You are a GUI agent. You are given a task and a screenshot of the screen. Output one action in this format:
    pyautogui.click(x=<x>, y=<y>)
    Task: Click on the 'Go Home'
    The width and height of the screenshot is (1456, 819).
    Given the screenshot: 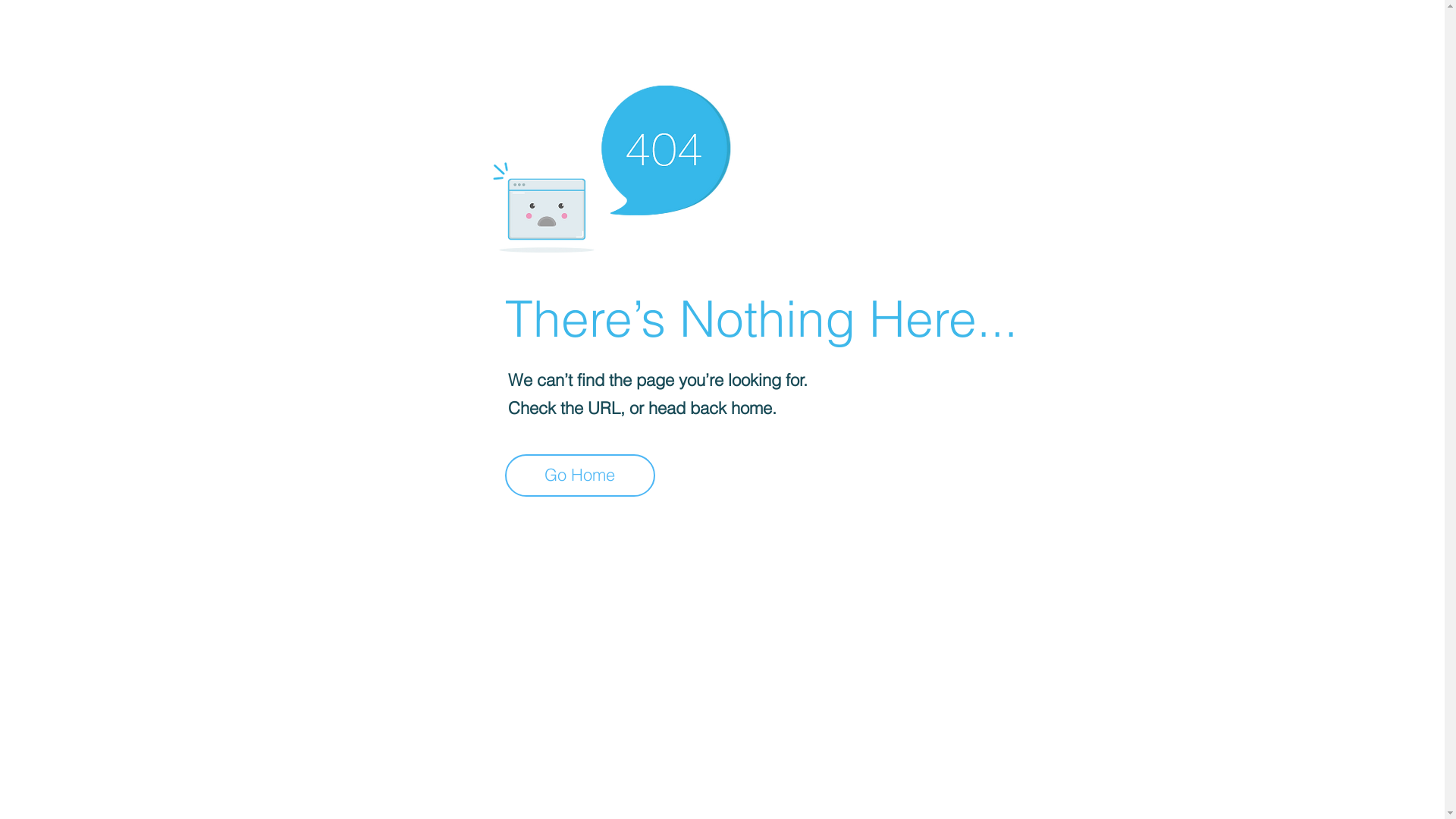 What is the action you would take?
    pyautogui.click(x=579, y=475)
    